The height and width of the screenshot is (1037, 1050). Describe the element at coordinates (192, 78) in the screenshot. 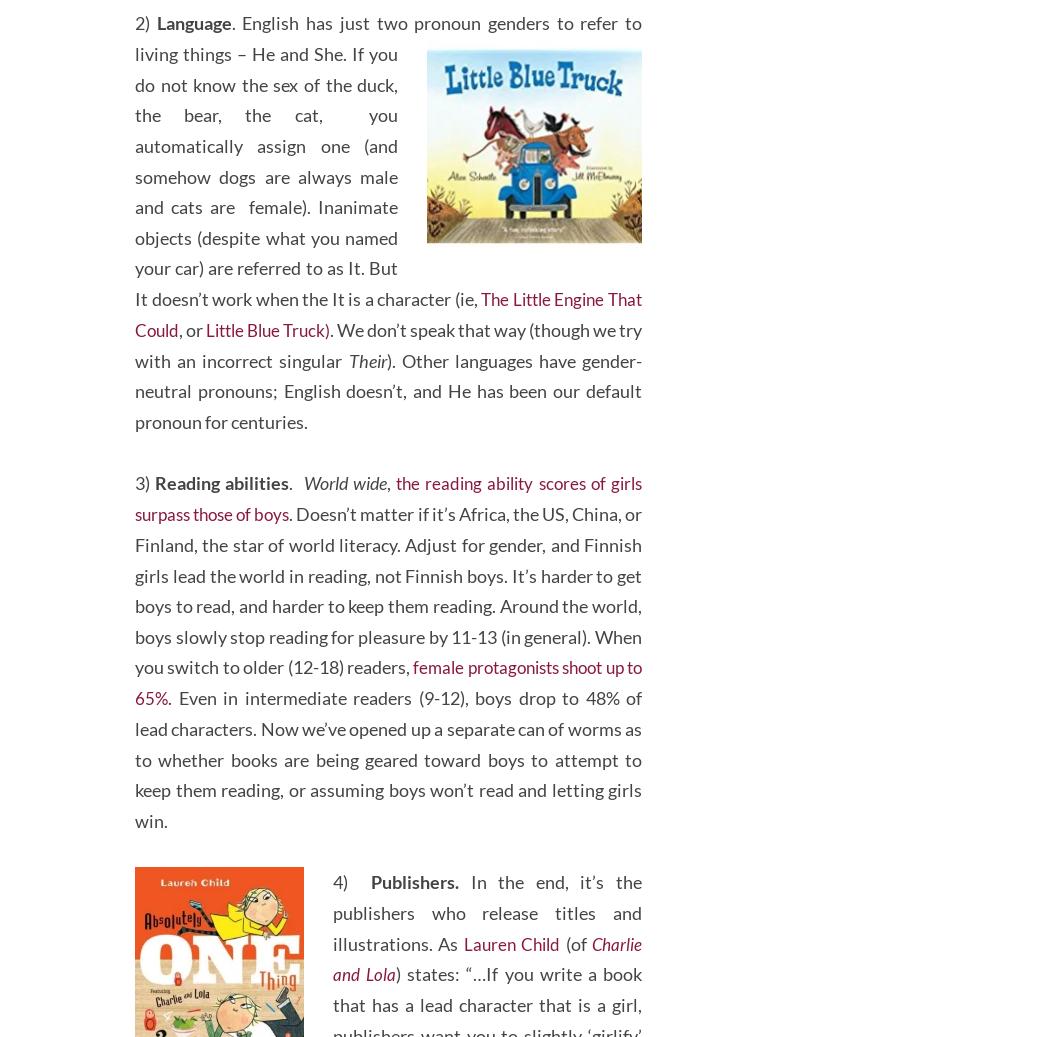

I see `'Language'` at that location.